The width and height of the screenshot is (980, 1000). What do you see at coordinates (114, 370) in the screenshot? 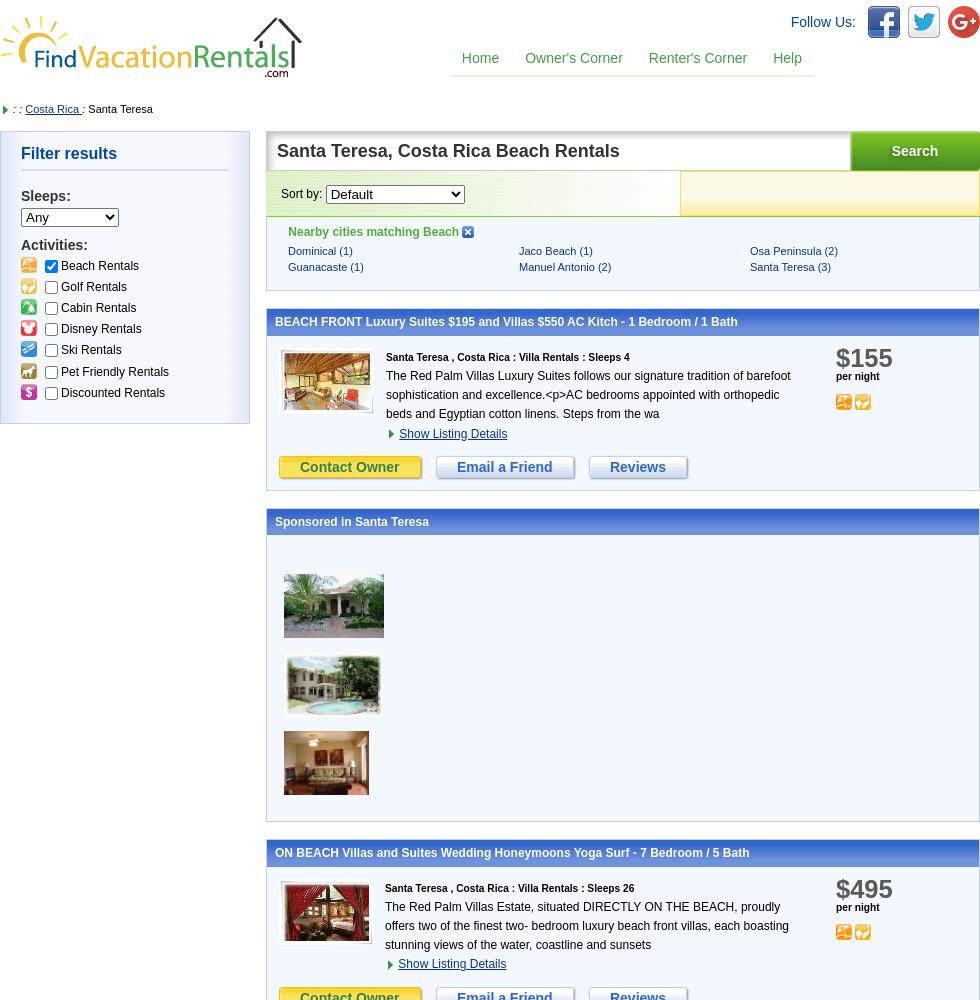
I see `'Pet Friendly Rentals'` at bounding box center [114, 370].